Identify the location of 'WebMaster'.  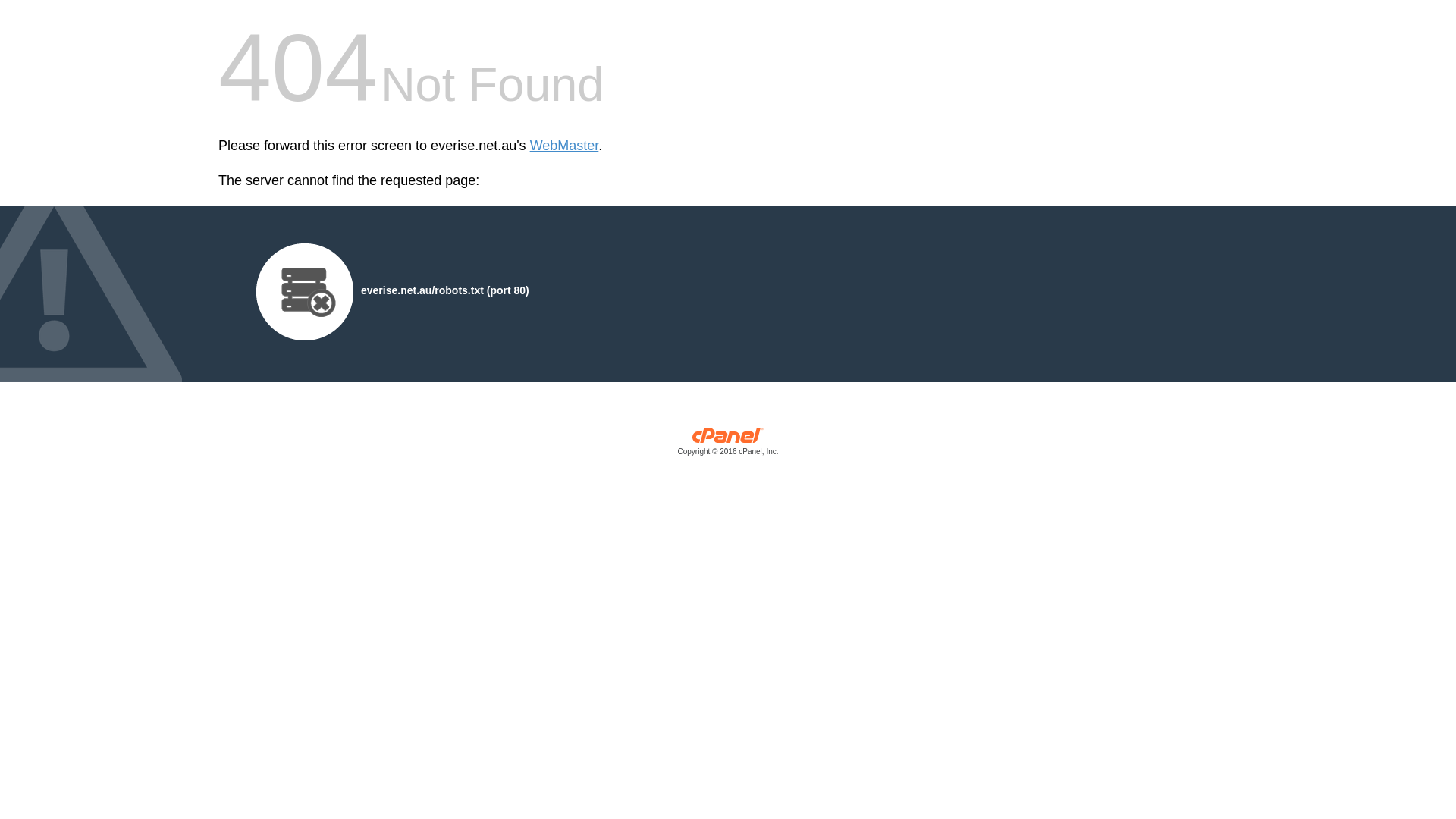
(563, 146).